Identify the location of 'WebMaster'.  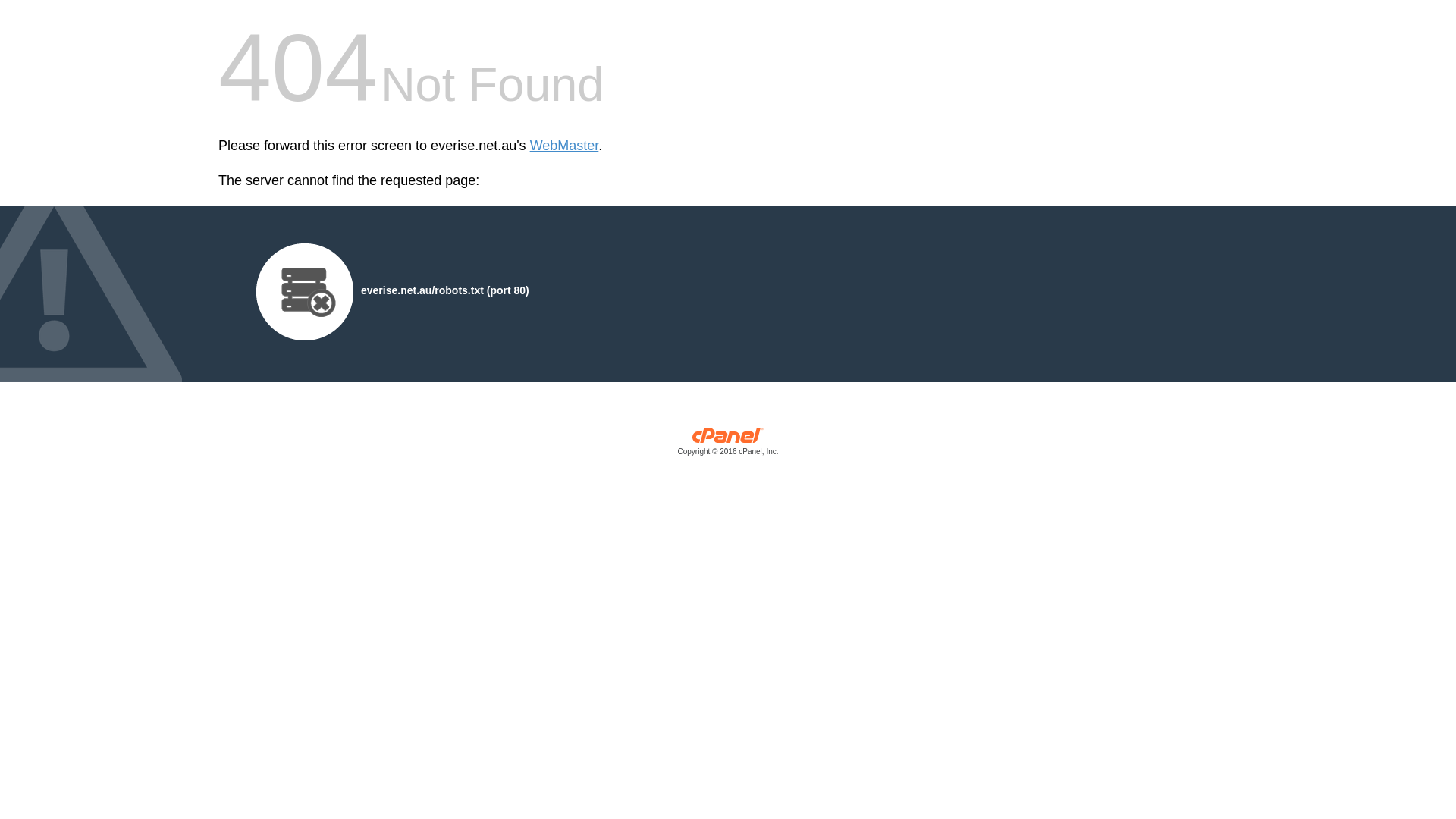
(563, 146).